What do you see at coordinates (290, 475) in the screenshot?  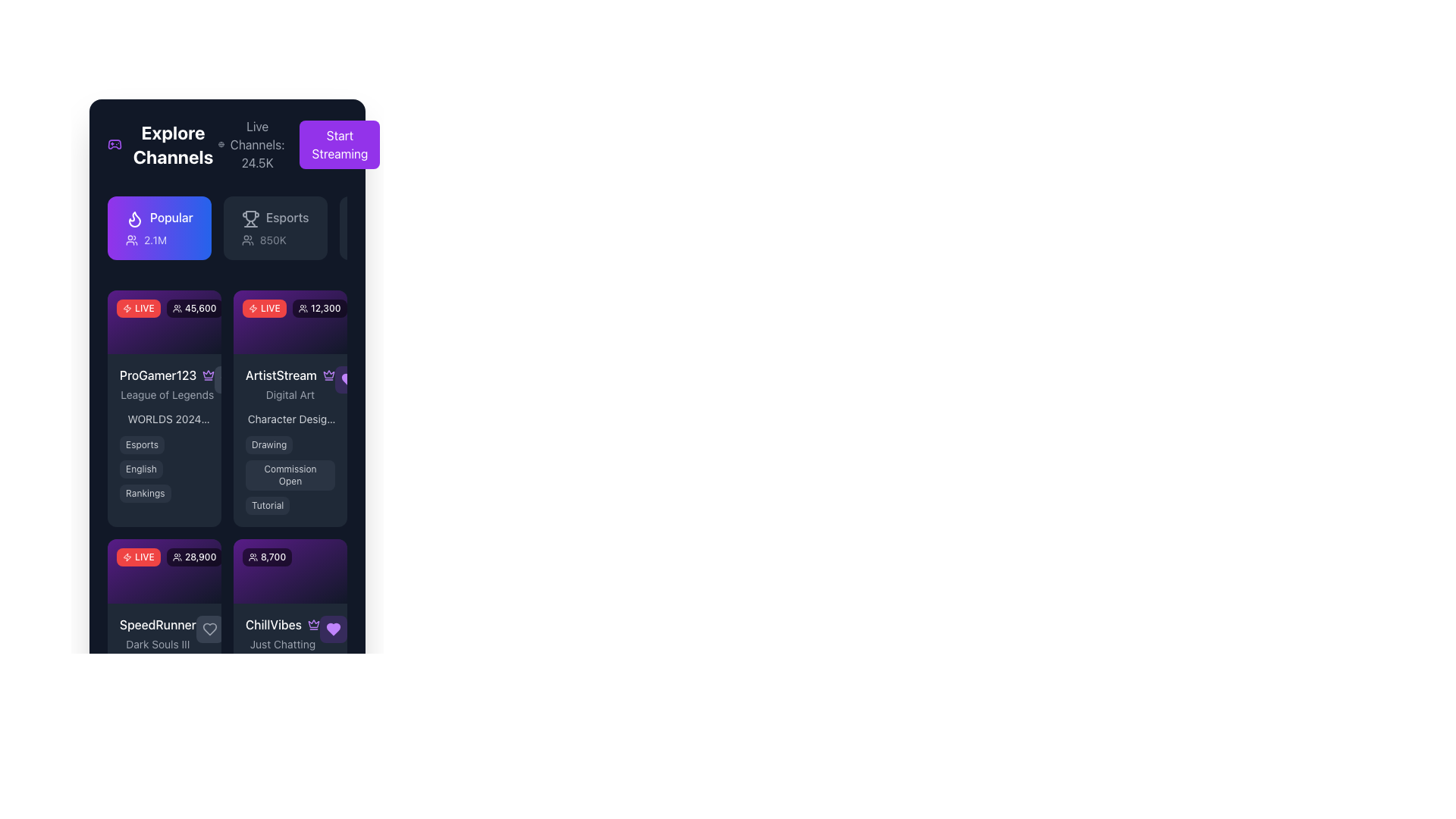 I see `the 'Commission Open' label, which is a small rectangular label with rounded corners, featuring a semi-transparent dark gray background and light gray text, located under the 'ArtistStream' heading in the 'Explore Channels' section` at bounding box center [290, 475].